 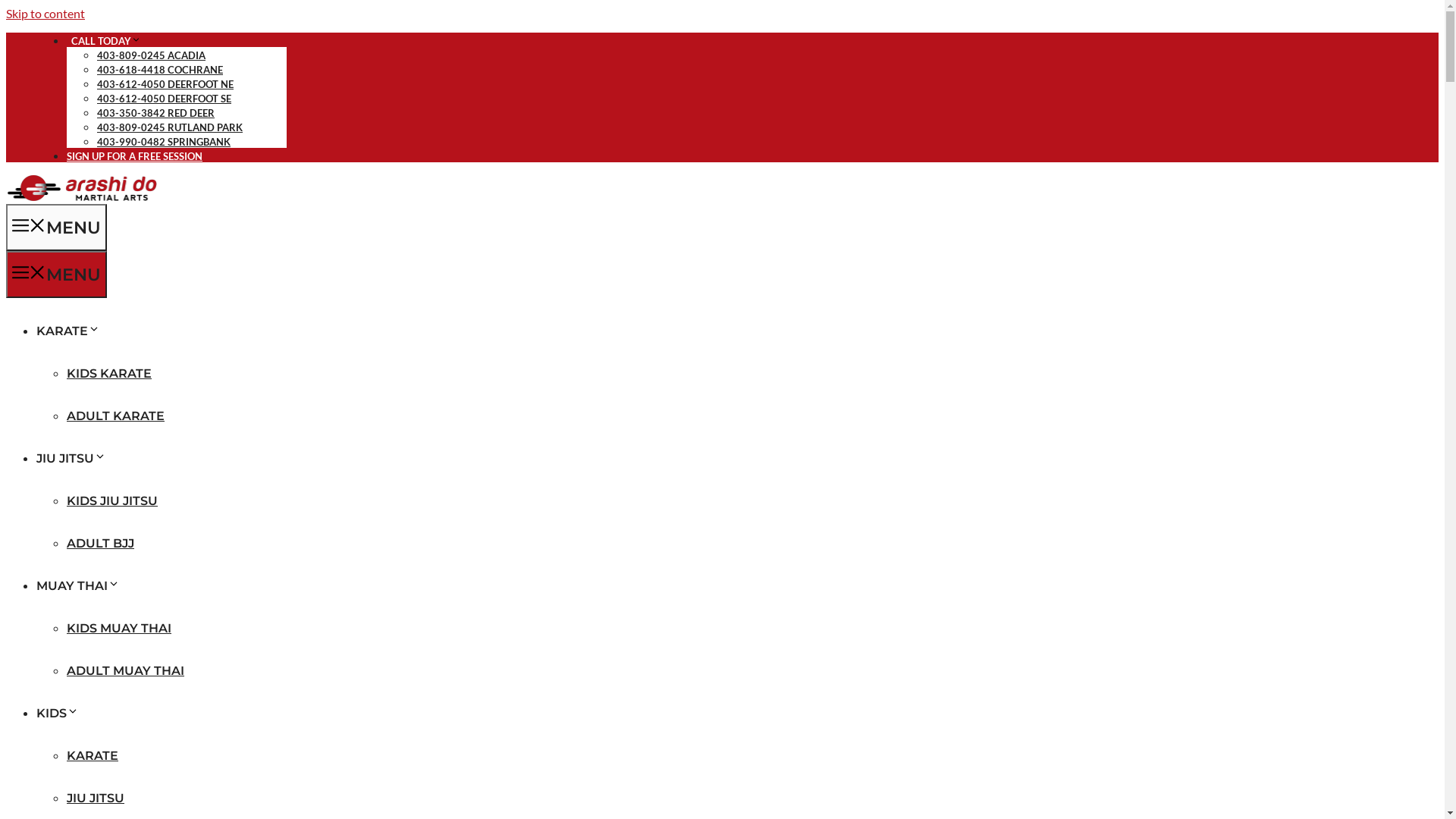 I want to click on 'MENU', so click(x=56, y=275).